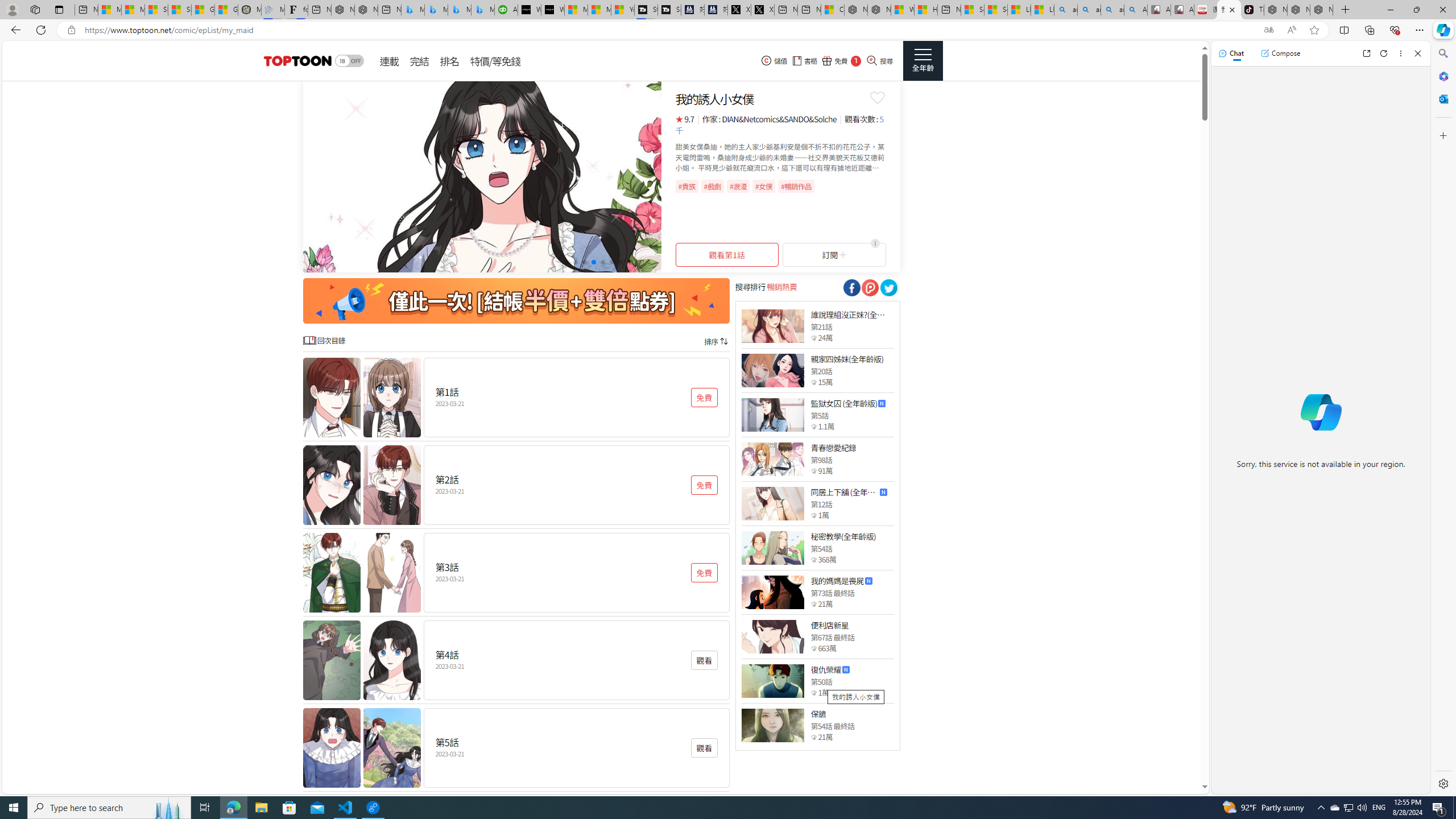 This screenshot has height=819, width=1456. What do you see at coordinates (574, 261) in the screenshot?
I see `'Go to slide 2'` at bounding box center [574, 261].